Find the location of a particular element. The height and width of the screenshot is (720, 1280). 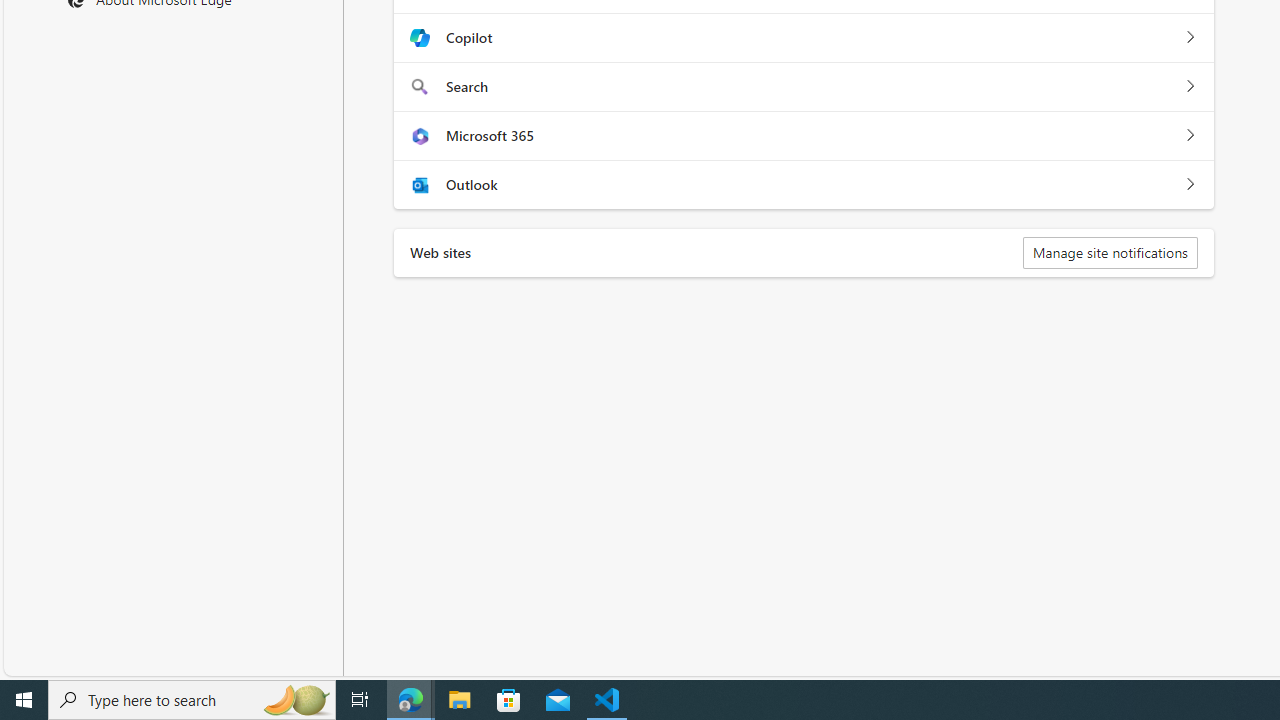

'Type here to search' is located at coordinates (192, 698).